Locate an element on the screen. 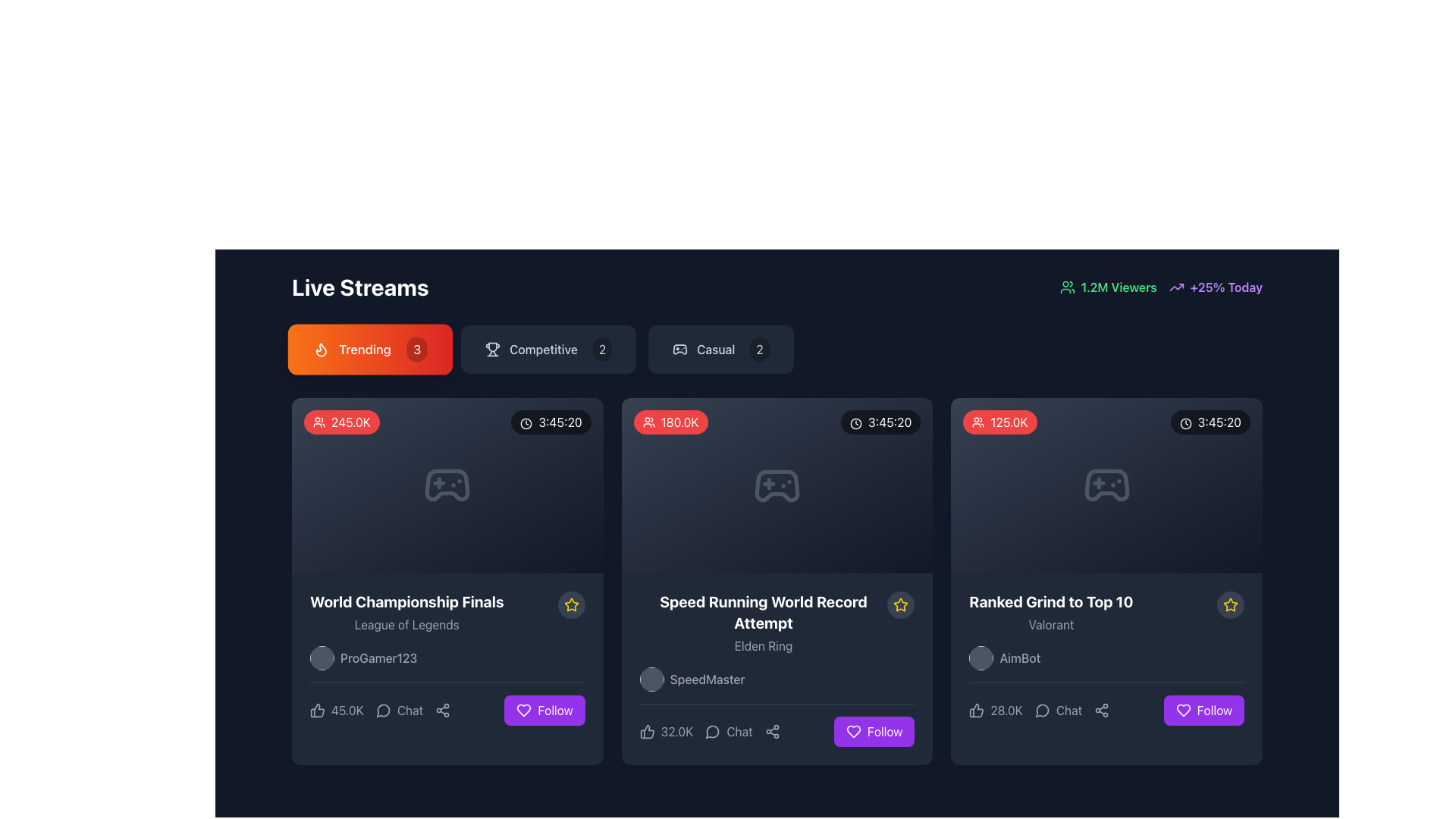  the heart-shaped purple icon located inside the 'Follow' button, which features rounded corners and white 'Follow' text, situated at the bottom-right section of the 'World Championship Finals' content card is located at coordinates (524, 711).